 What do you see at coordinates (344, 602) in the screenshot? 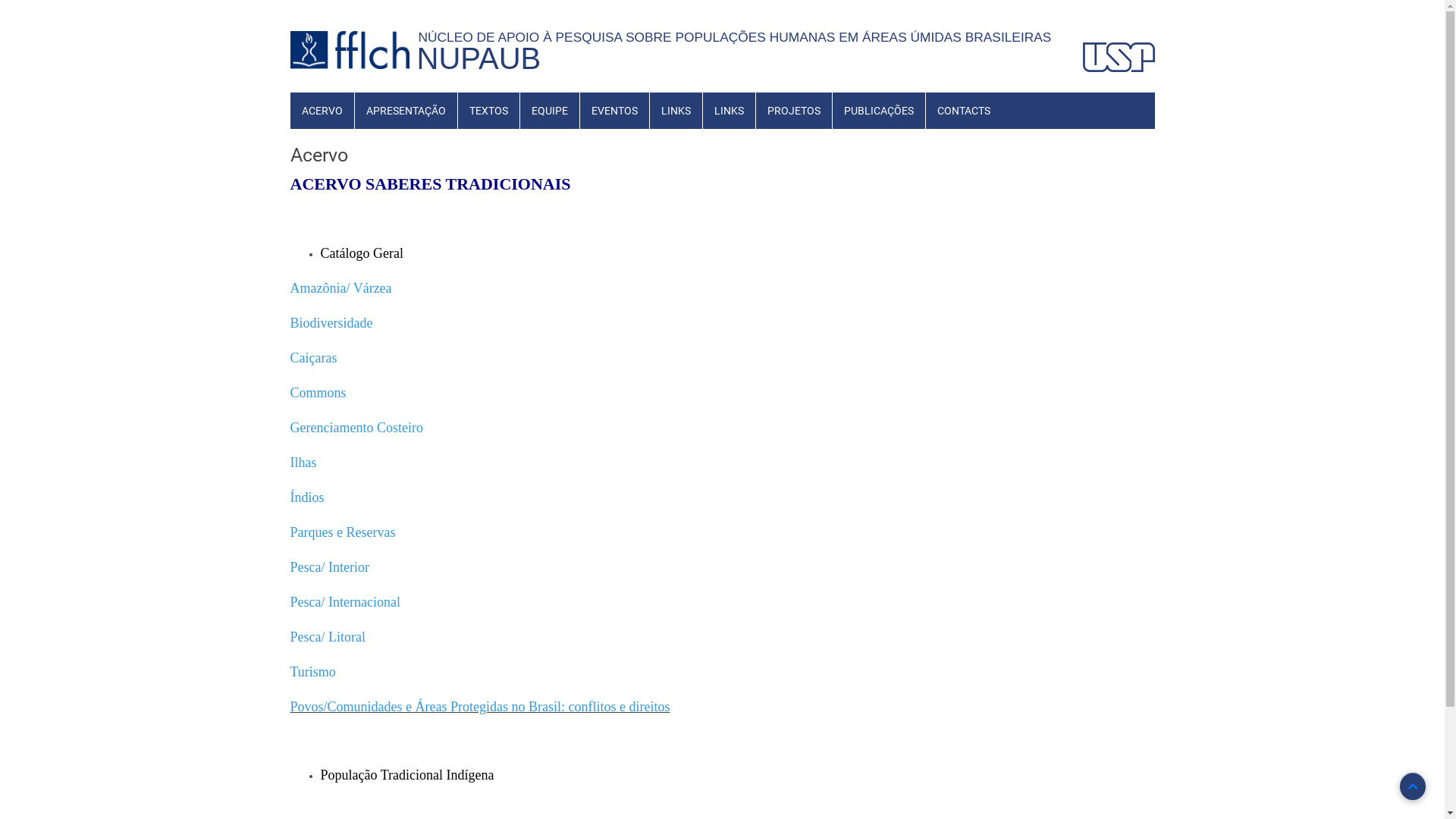
I see `'Pesca/ Internacional'` at bounding box center [344, 602].